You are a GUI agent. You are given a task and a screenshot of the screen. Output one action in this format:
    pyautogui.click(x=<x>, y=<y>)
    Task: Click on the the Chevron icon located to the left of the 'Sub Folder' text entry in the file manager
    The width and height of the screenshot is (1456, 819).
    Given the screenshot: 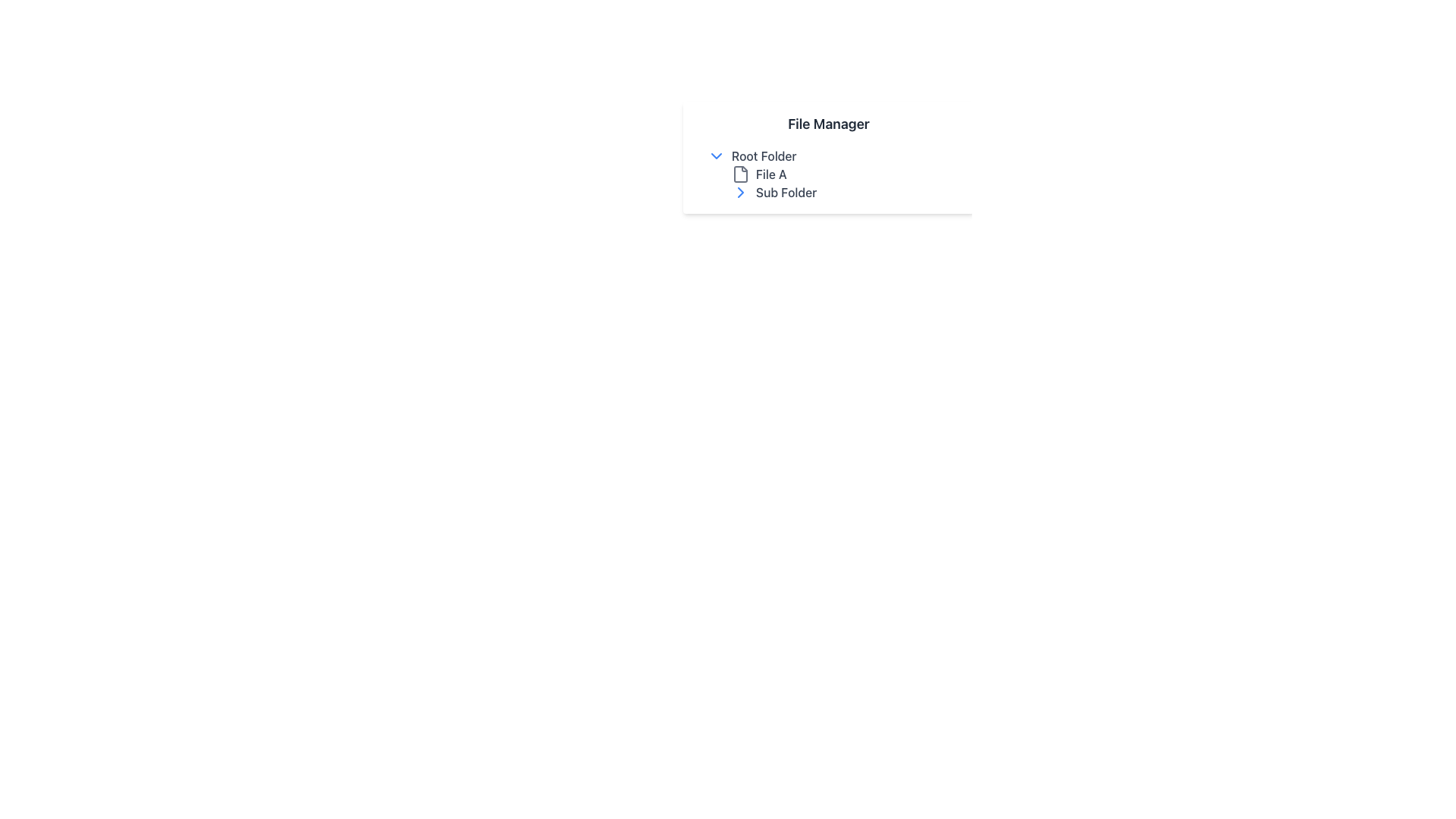 What is the action you would take?
    pyautogui.click(x=741, y=192)
    